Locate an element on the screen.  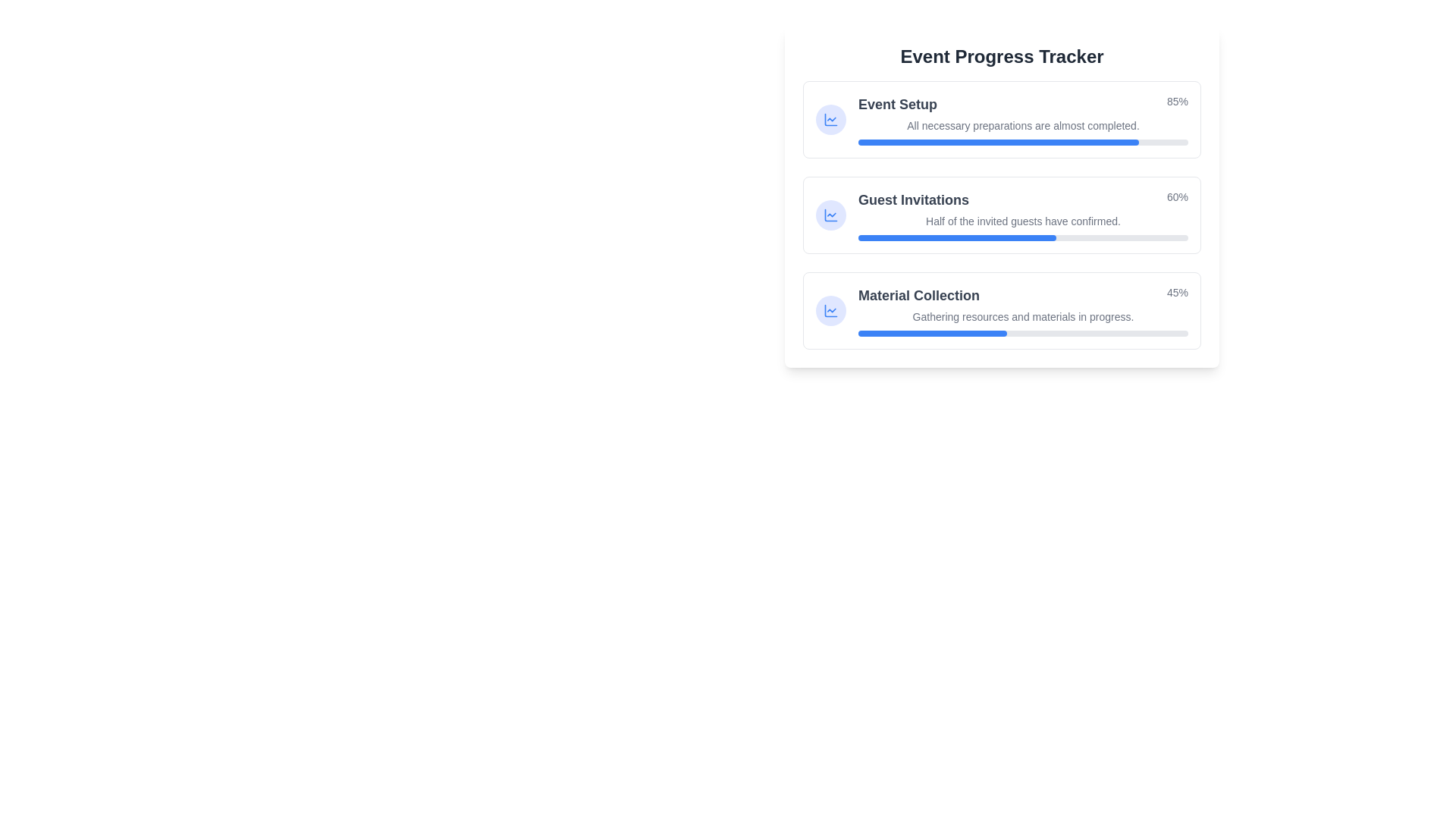
the Text Label that conveys a status update about the invitation progress in the 'Guest Invitations' section of the 'Event Progress Tracker' interface is located at coordinates (1023, 221).